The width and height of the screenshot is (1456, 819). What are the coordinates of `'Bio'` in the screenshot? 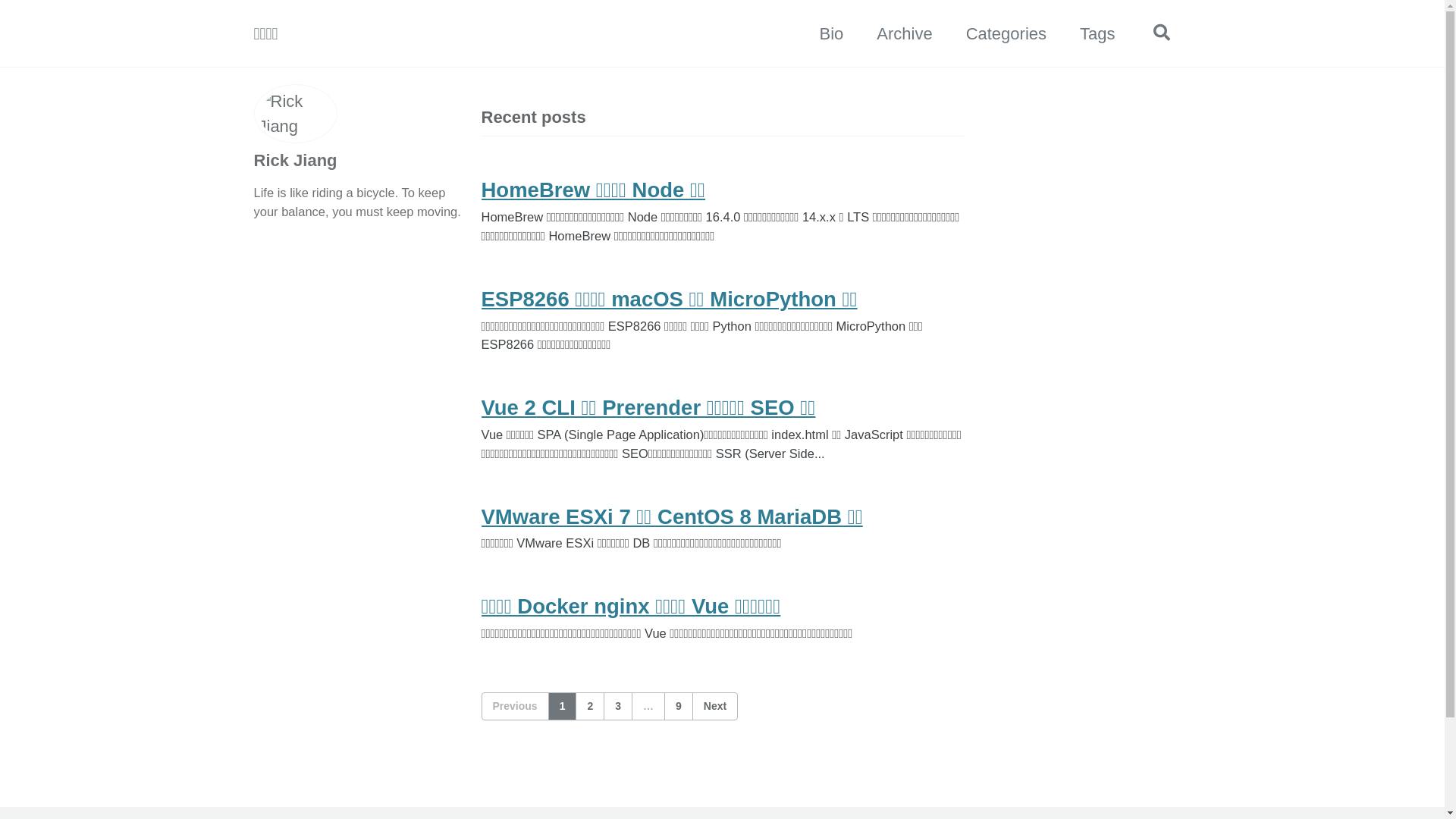 It's located at (830, 33).